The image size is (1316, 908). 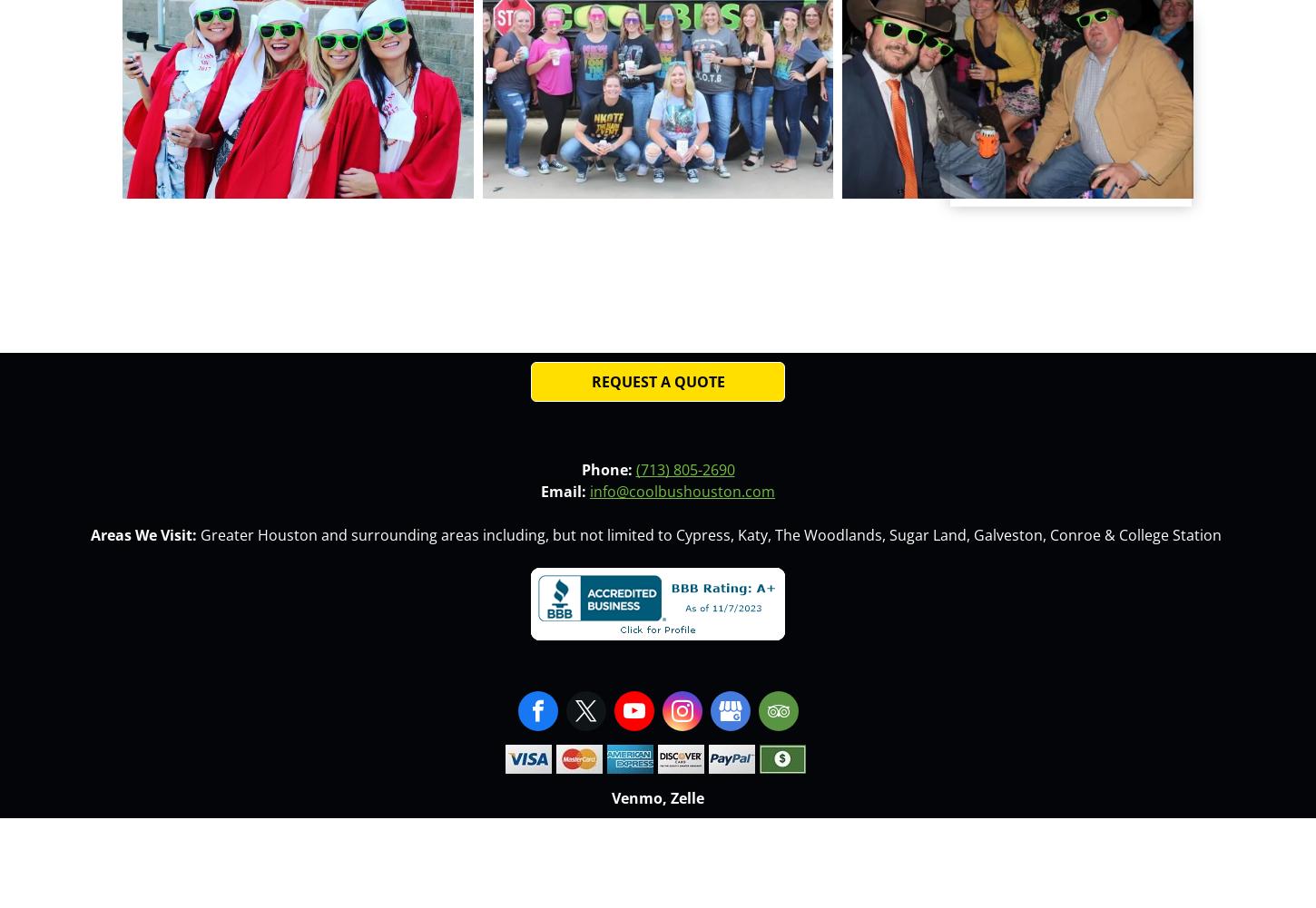 I want to click on 'info@coolbushouston.com', so click(x=682, y=490).